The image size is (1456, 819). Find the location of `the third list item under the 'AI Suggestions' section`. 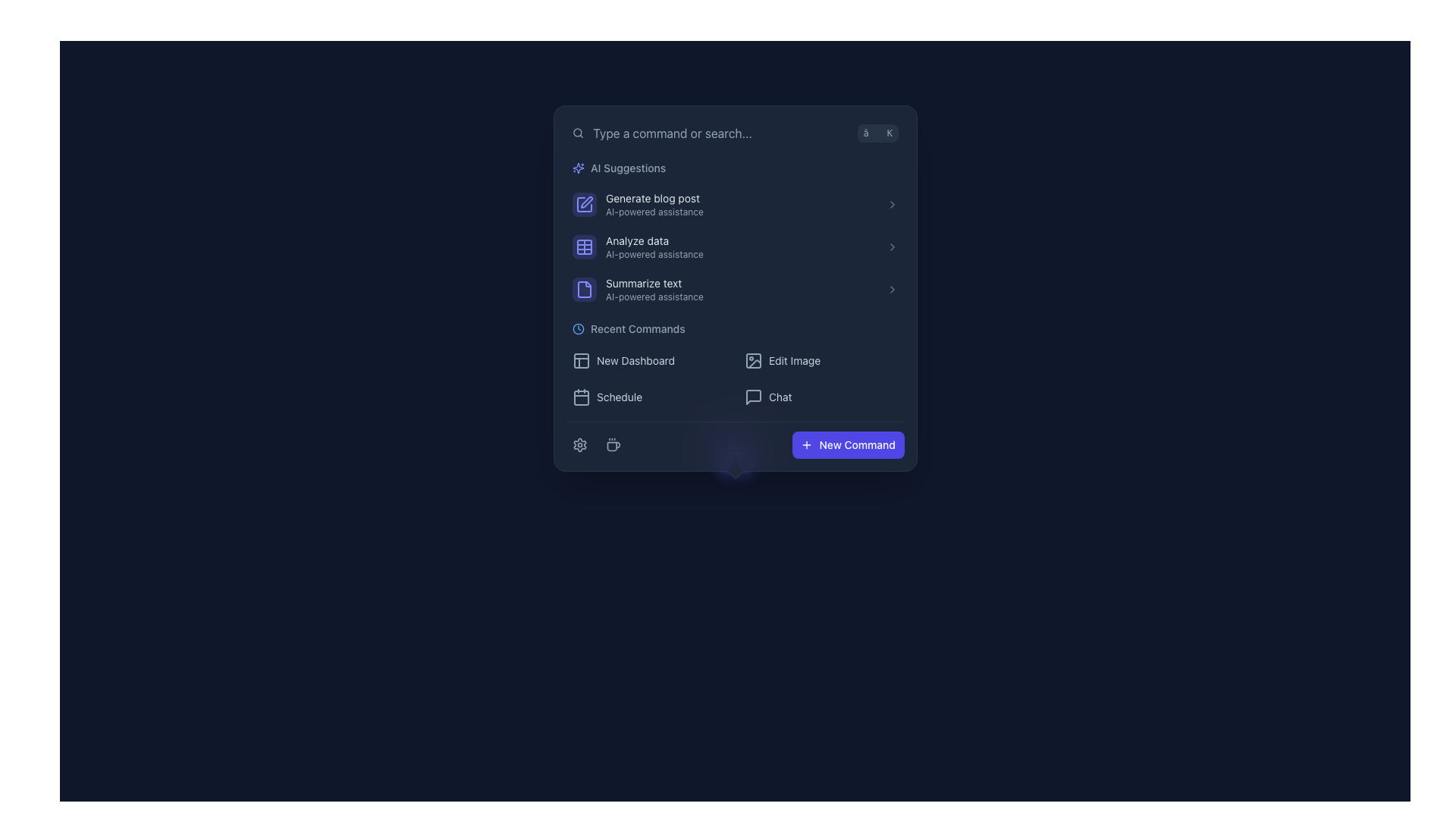

the third list item under the 'AI Suggestions' section is located at coordinates (735, 289).